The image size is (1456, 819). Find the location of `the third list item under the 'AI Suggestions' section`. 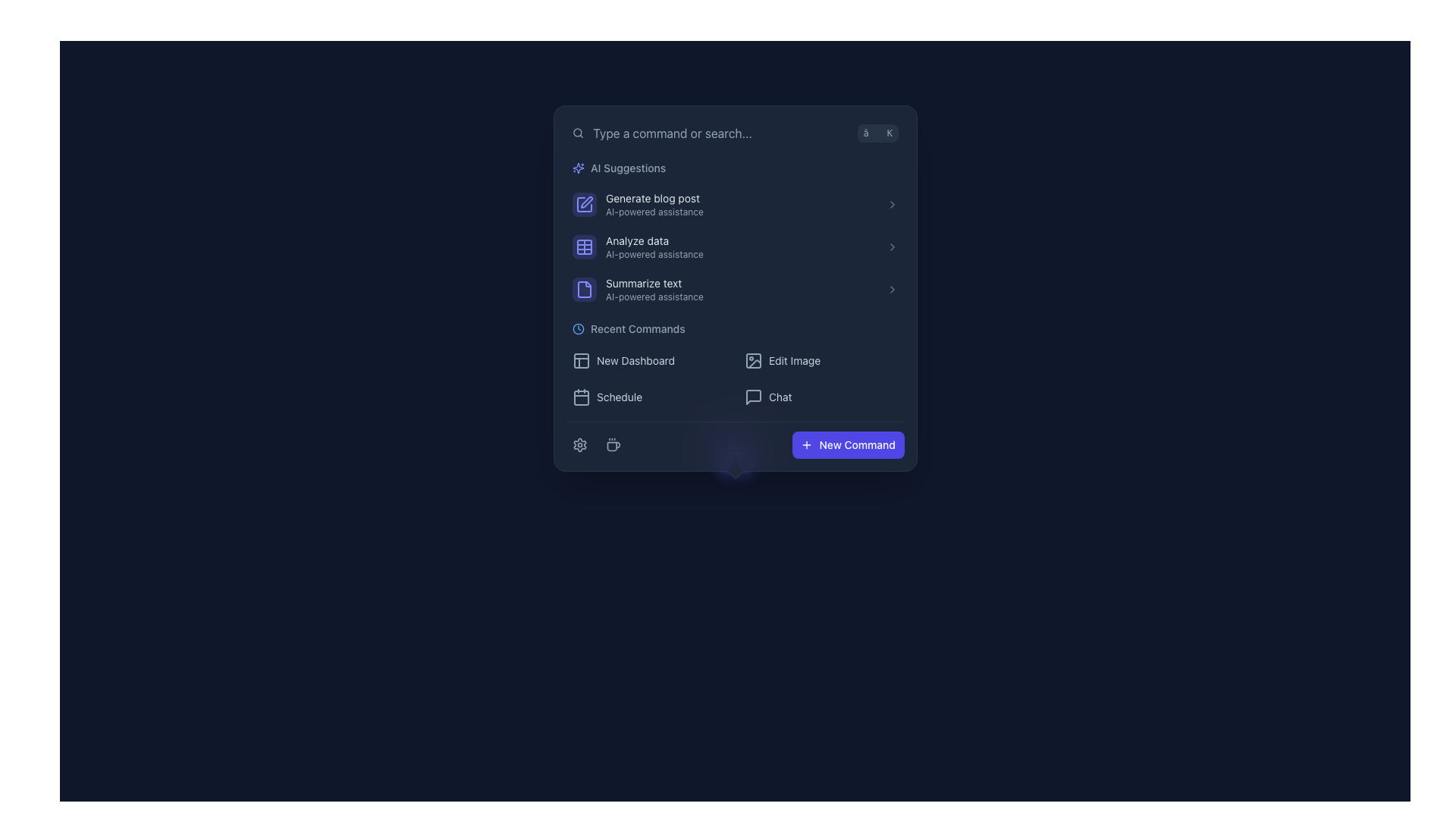

the third list item under the 'AI Suggestions' section is located at coordinates (735, 289).